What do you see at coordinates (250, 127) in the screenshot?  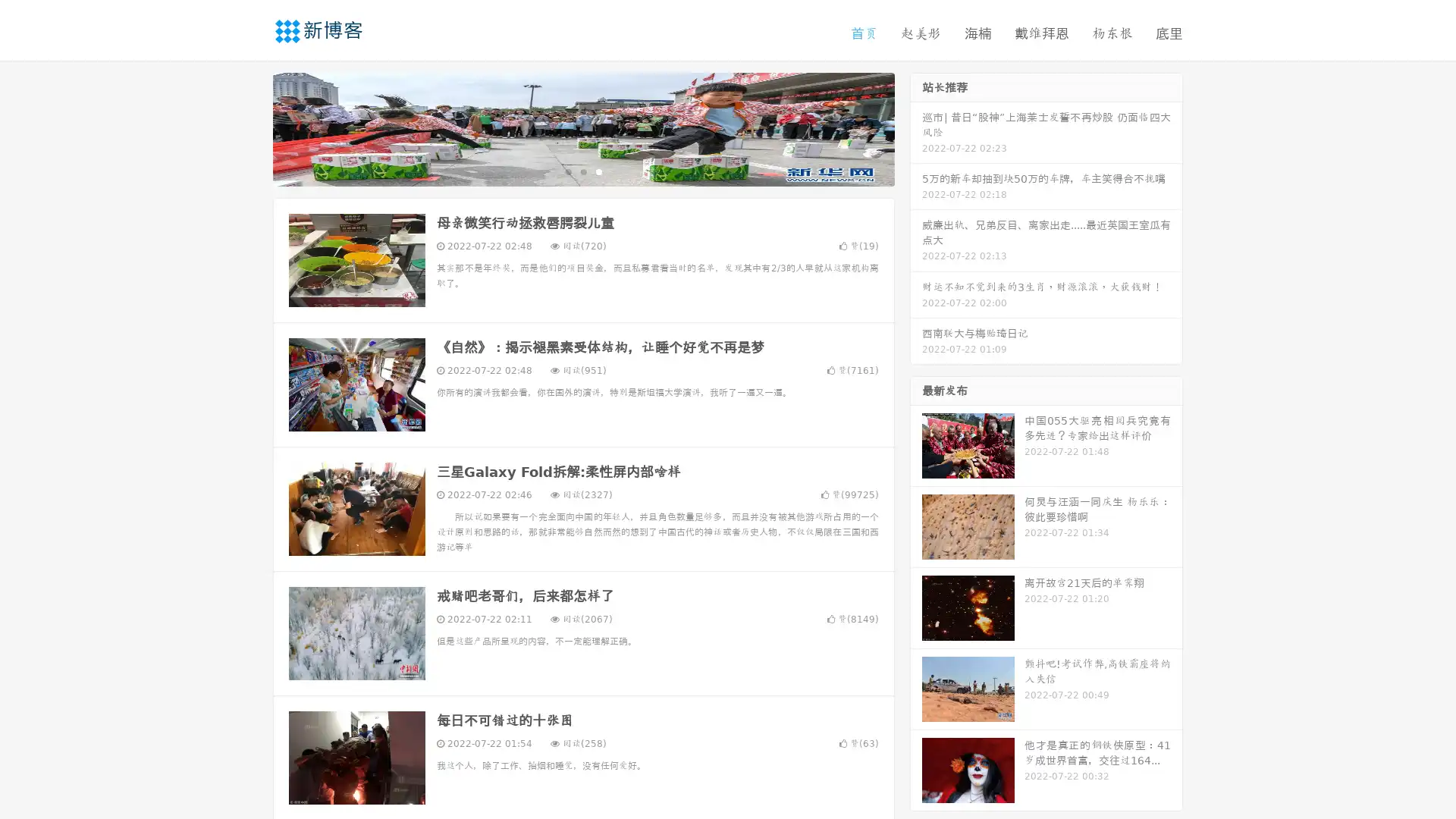 I see `Previous slide` at bounding box center [250, 127].